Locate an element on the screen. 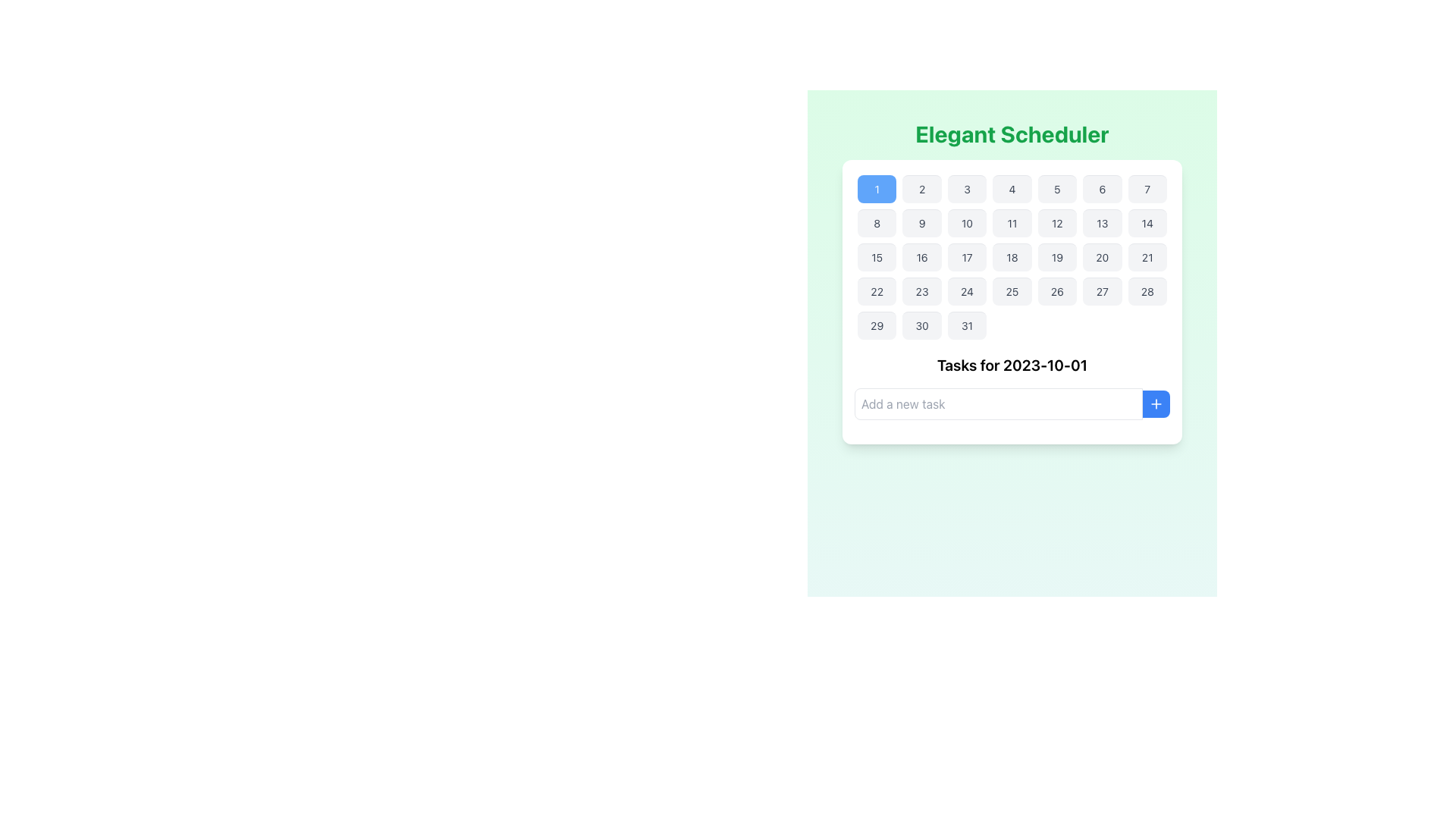 The image size is (1456, 819). the button in the sixth row and sixth column of the calendar grid is located at coordinates (1102, 291).